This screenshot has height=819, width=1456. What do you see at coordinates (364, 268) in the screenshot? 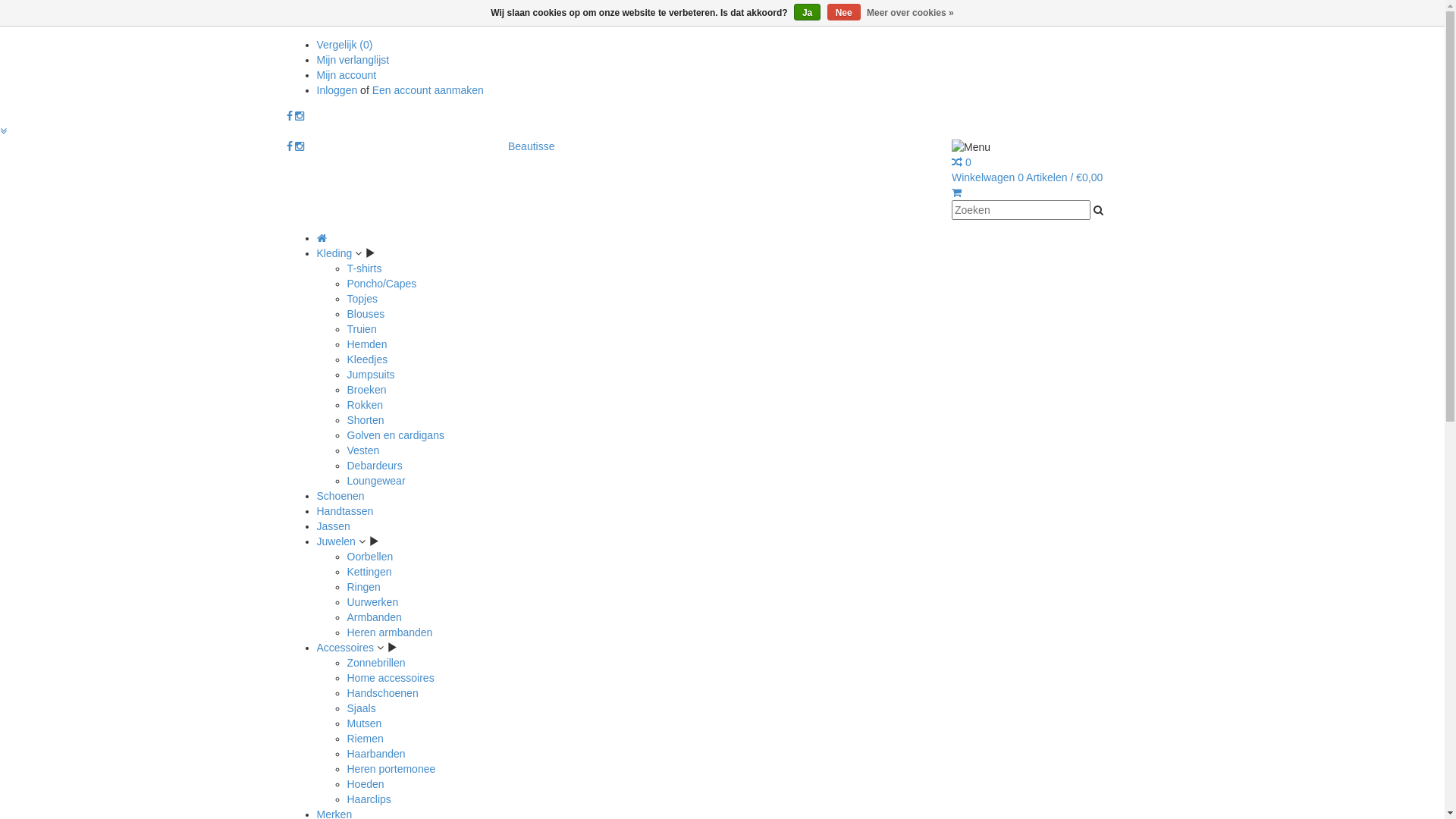
I see `'T-shirts'` at bounding box center [364, 268].